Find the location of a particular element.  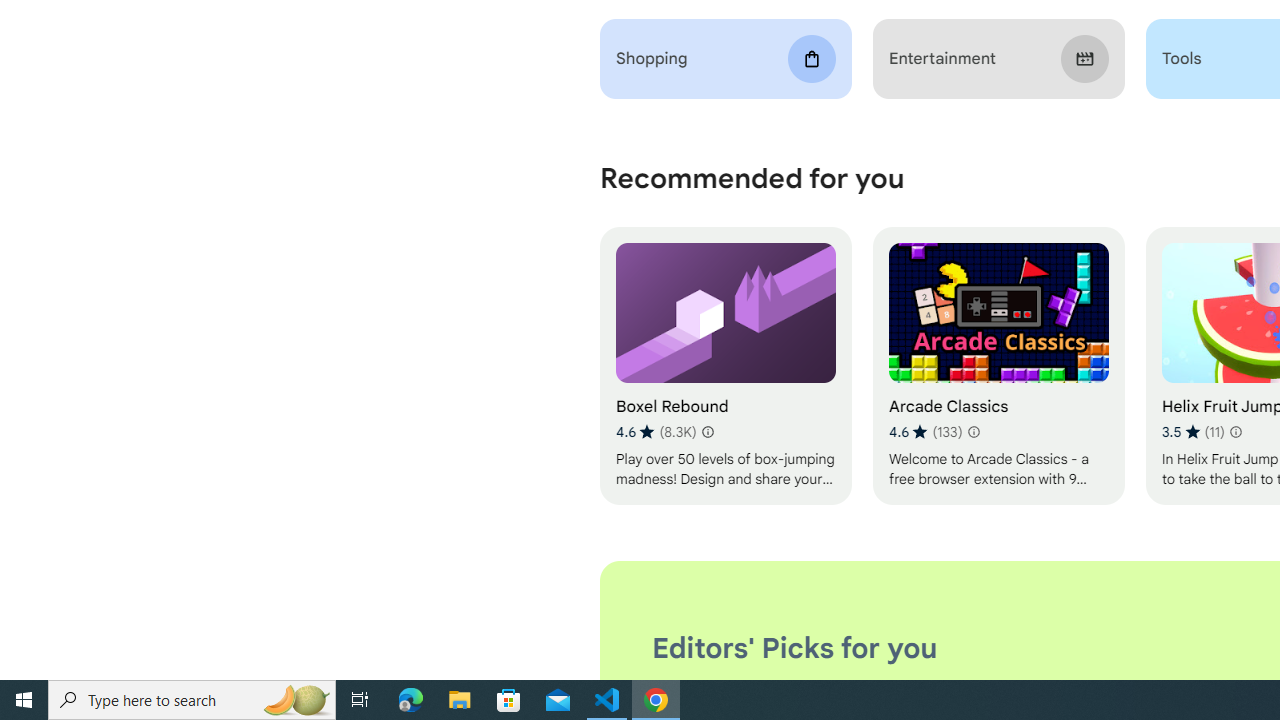

'Arcade Classics' is located at coordinates (998, 366).